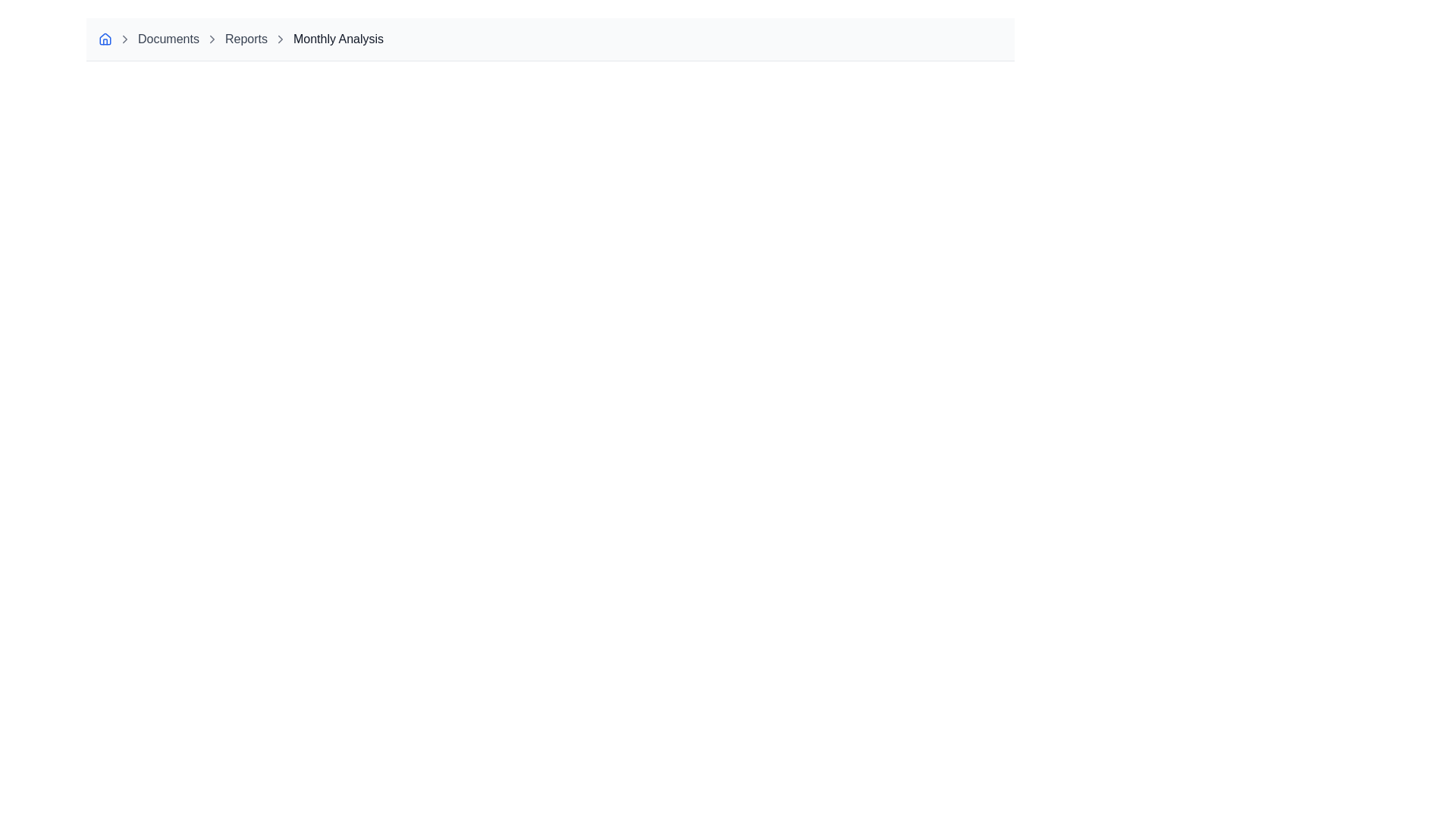 This screenshot has height=819, width=1456. Describe the element at coordinates (211, 38) in the screenshot. I see `the small right-pointing chevron icon that visually separates the 'Documents' and 'Reports' breadcrumb items in the upper-middle section of the page` at that location.